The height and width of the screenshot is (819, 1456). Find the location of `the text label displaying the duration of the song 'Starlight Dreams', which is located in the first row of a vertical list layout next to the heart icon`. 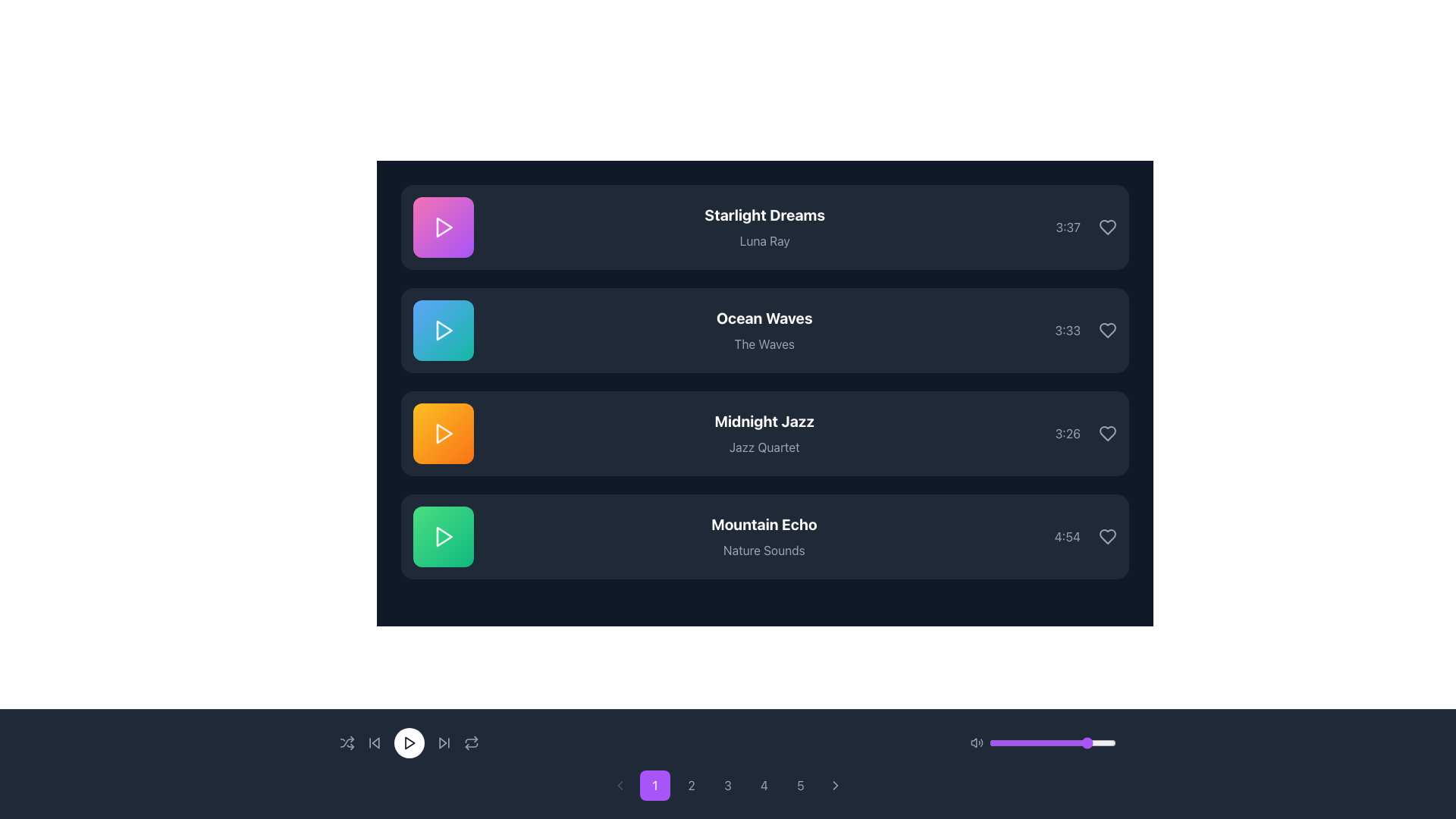

the text label displaying the duration of the song 'Starlight Dreams', which is located in the first row of a vertical list layout next to the heart icon is located at coordinates (1067, 227).